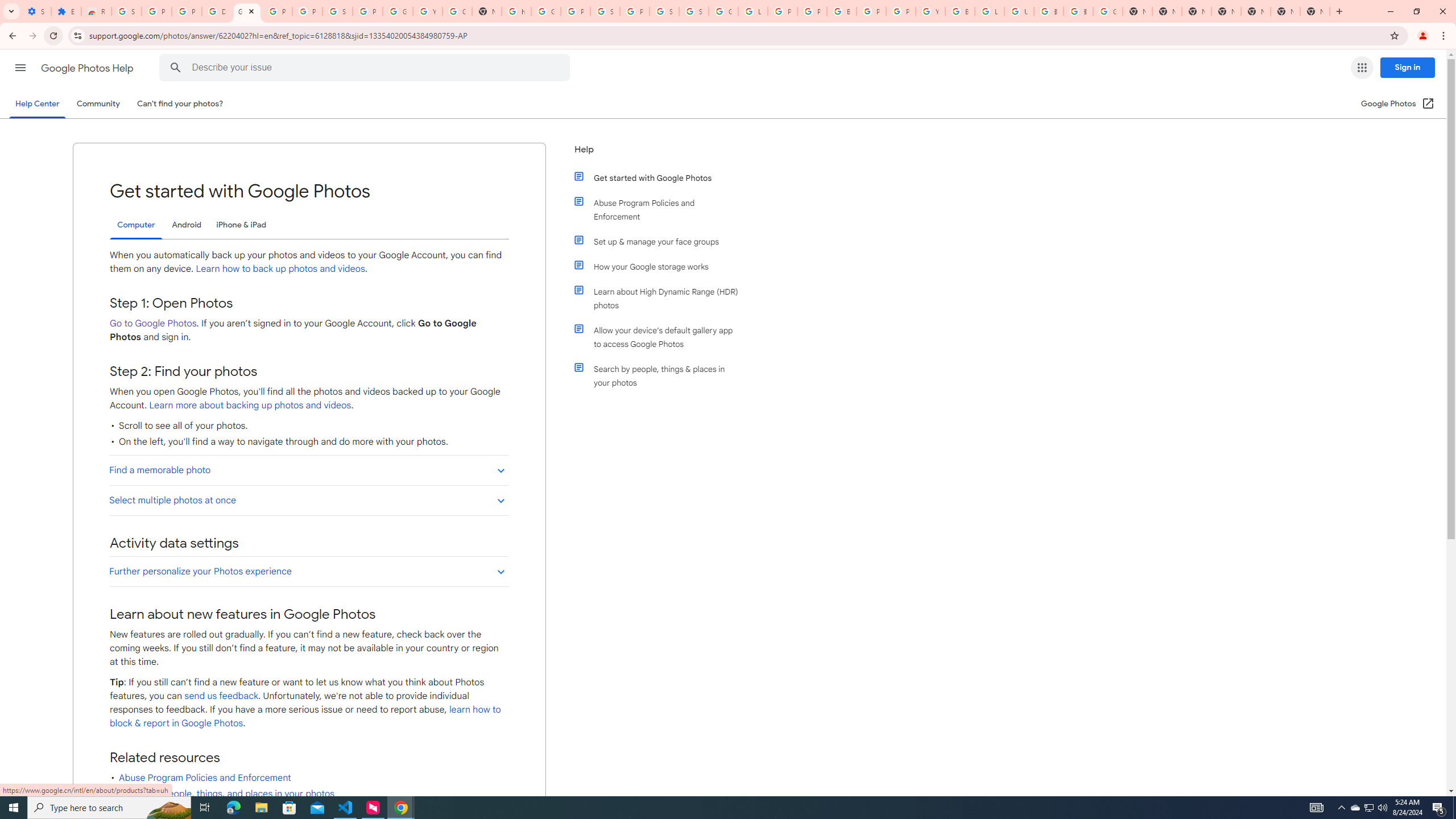  What do you see at coordinates (19, 67) in the screenshot?
I see `'Main menu'` at bounding box center [19, 67].